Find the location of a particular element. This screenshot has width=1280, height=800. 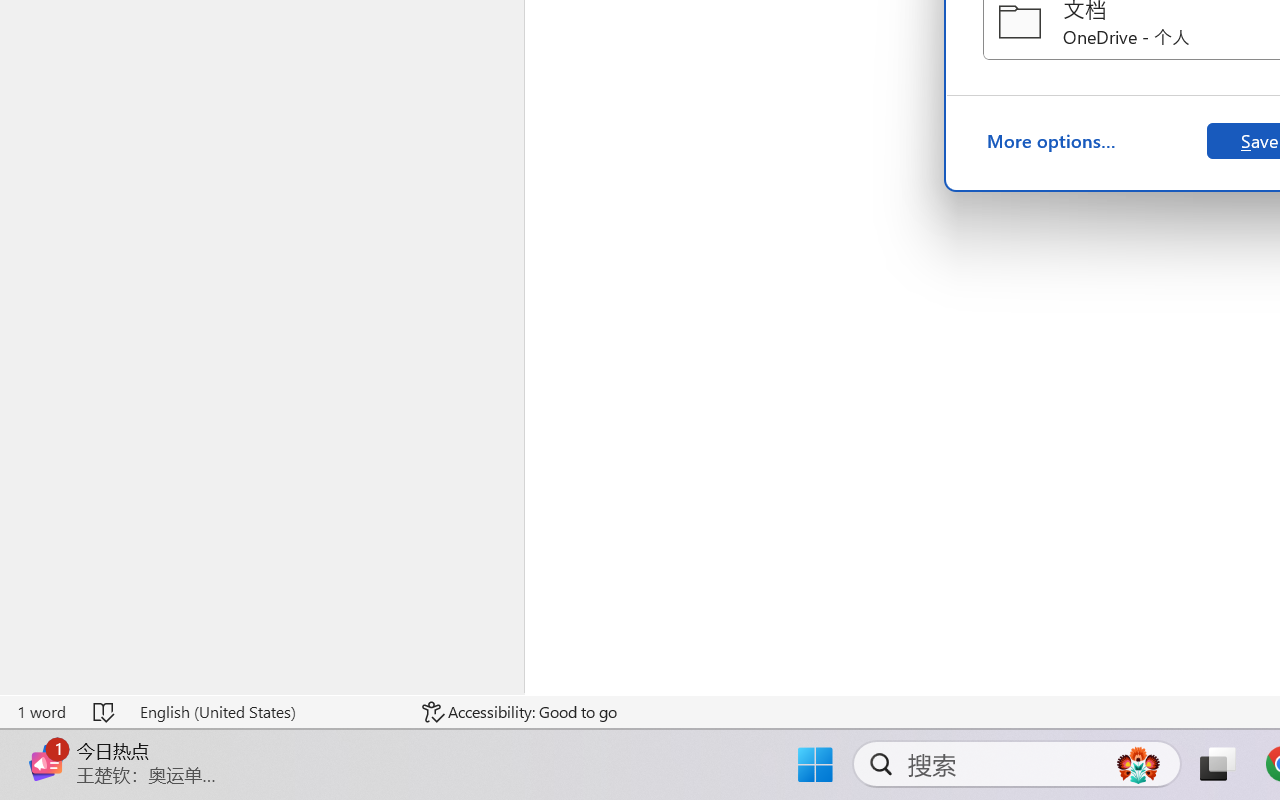

'Spelling and Grammar Check No Errors' is located at coordinates (104, 711).